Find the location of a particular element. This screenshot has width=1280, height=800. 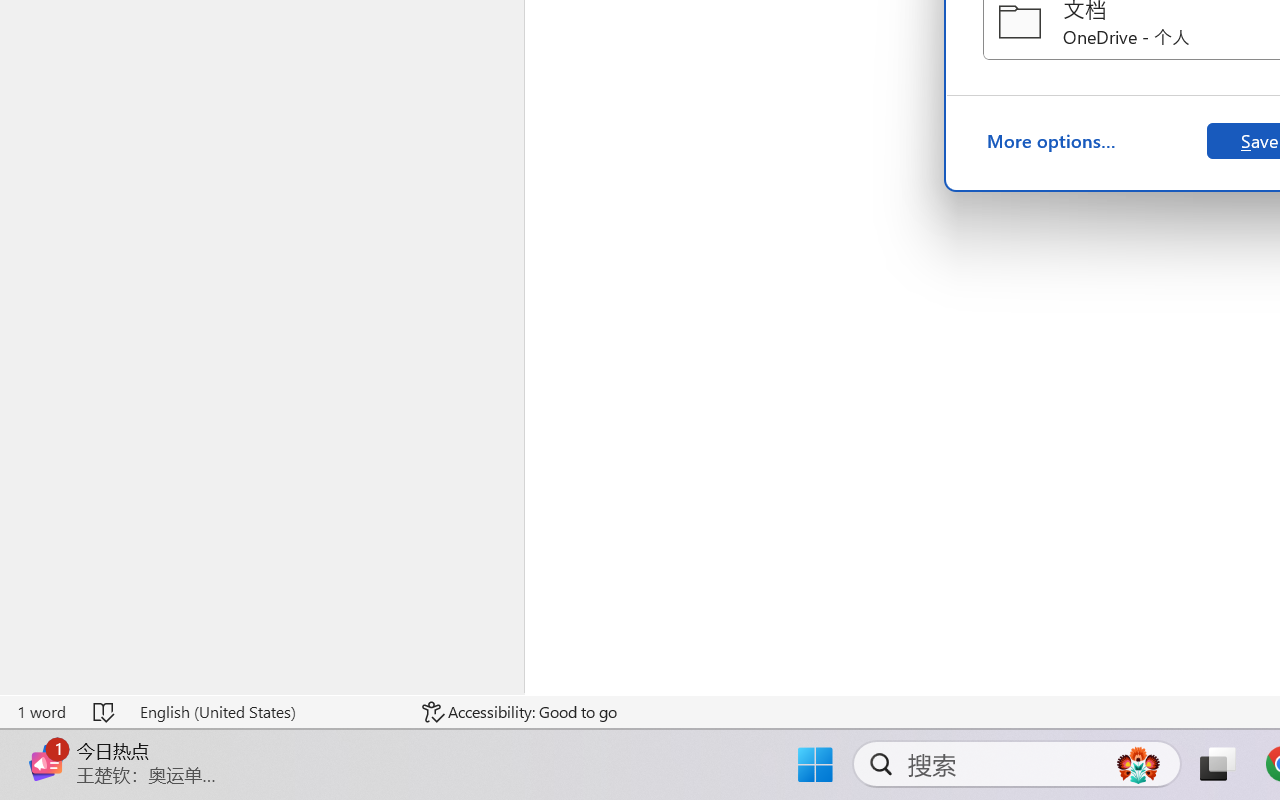

'Spelling and Grammar Check No Errors' is located at coordinates (104, 711).